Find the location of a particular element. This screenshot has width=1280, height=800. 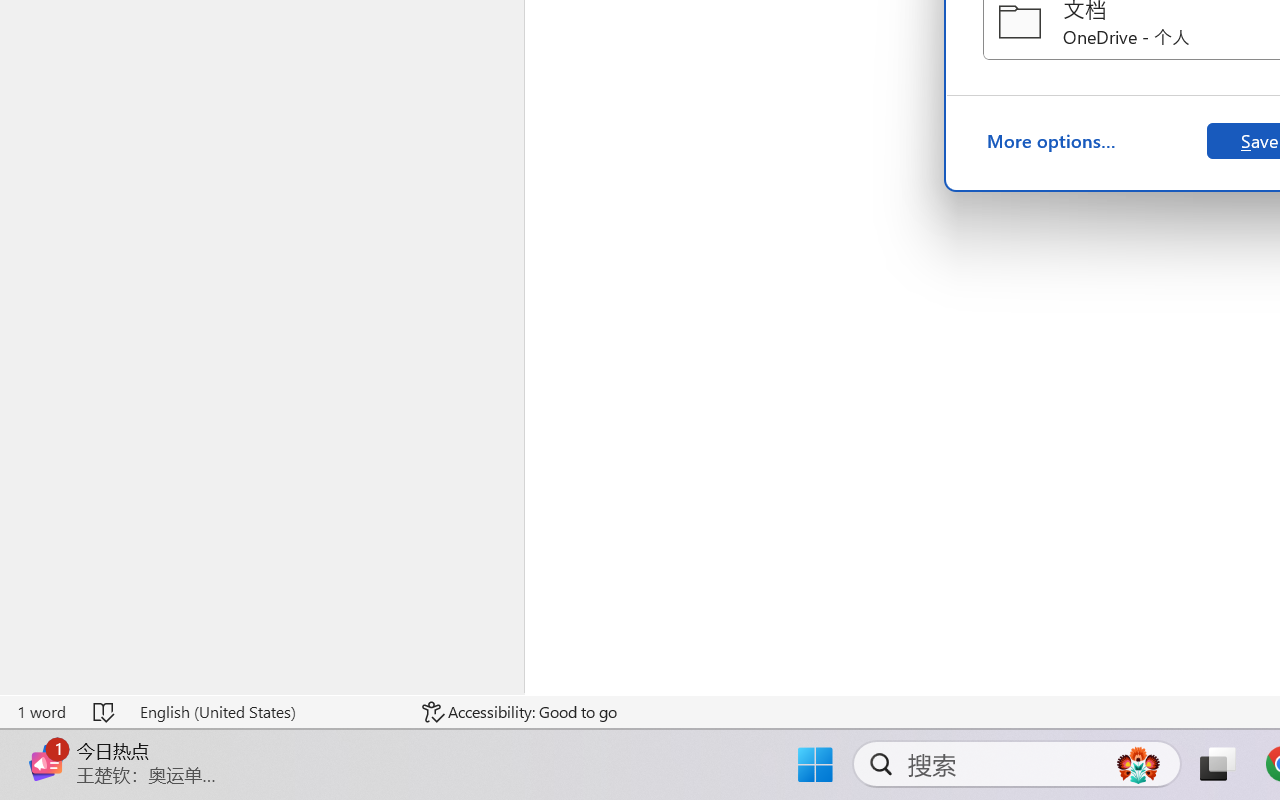

'Spelling and Grammar Check No Errors' is located at coordinates (104, 711).